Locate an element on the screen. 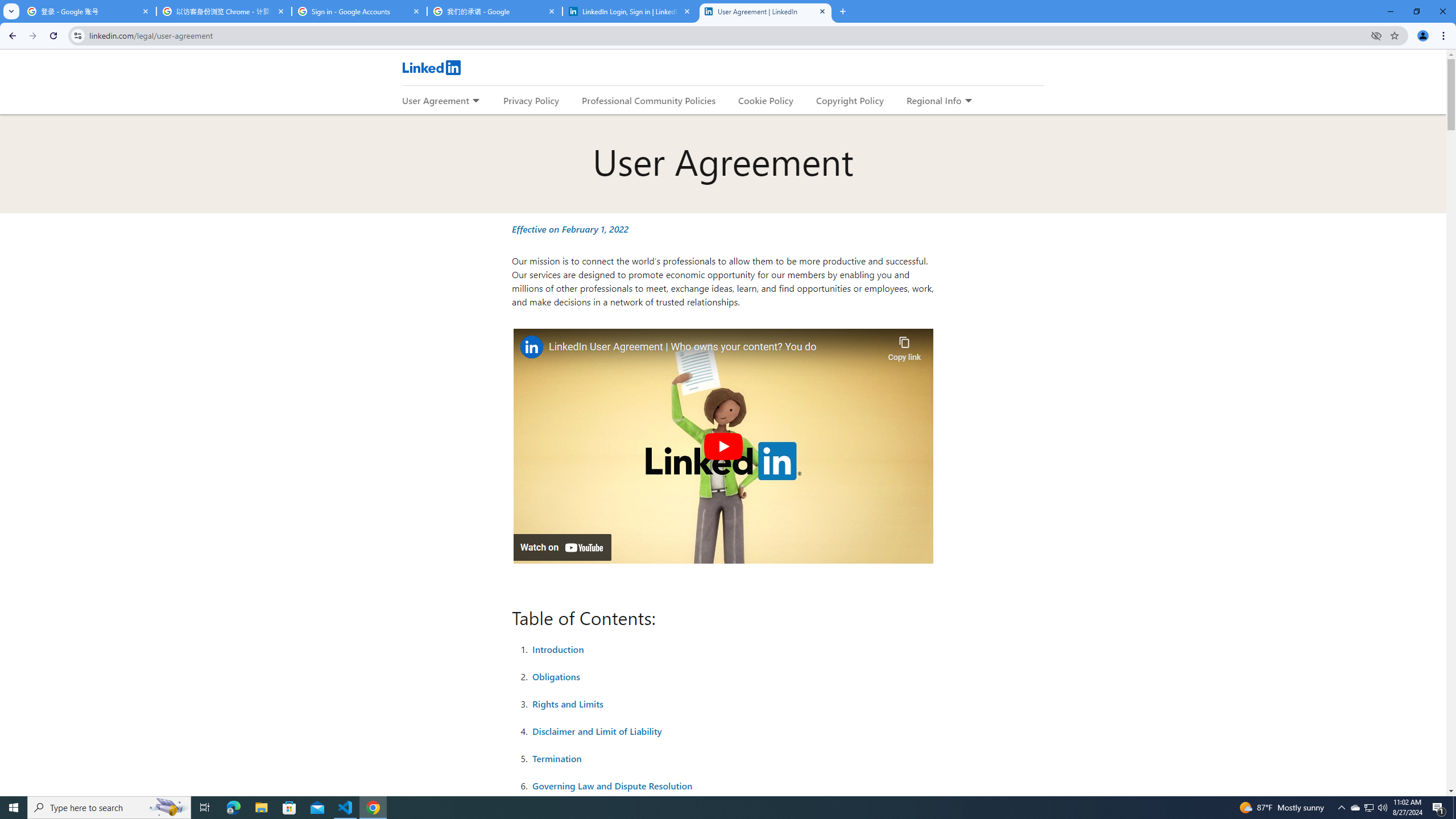 The height and width of the screenshot is (819, 1456). 'User Agreement' is located at coordinates (435, 100).